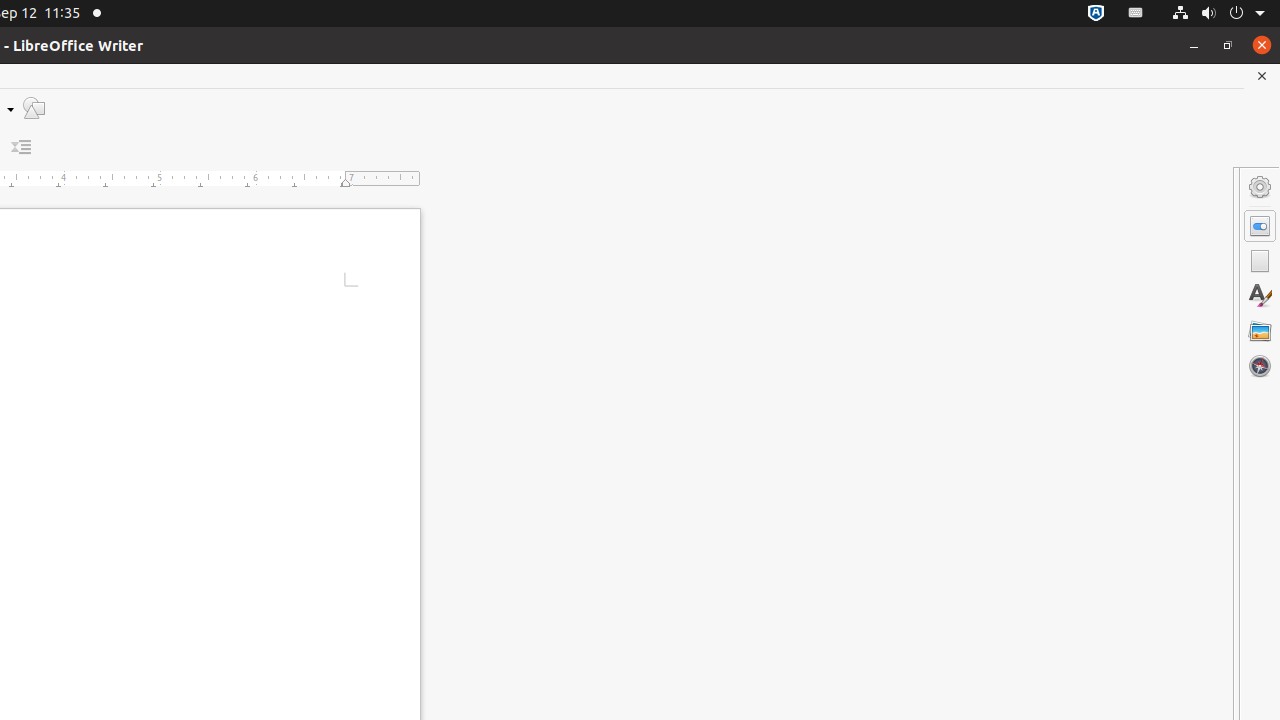 The height and width of the screenshot is (720, 1280). Describe the element at coordinates (1217, 13) in the screenshot. I see `'System'` at that location.